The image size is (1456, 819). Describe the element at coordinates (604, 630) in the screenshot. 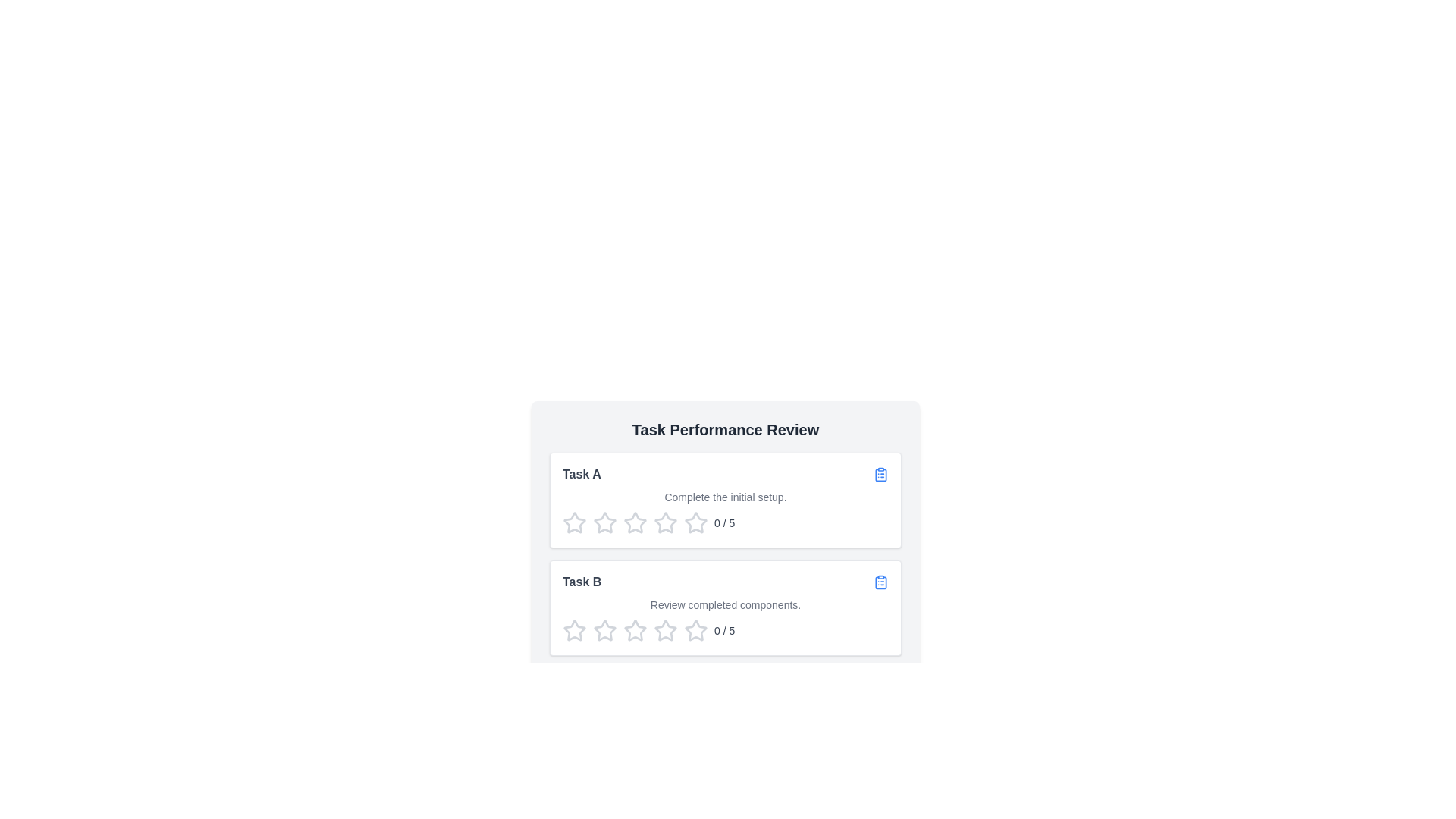

I see `the first star icon in the horizontal arrangement for rating under the 'Task B' section` at that location.